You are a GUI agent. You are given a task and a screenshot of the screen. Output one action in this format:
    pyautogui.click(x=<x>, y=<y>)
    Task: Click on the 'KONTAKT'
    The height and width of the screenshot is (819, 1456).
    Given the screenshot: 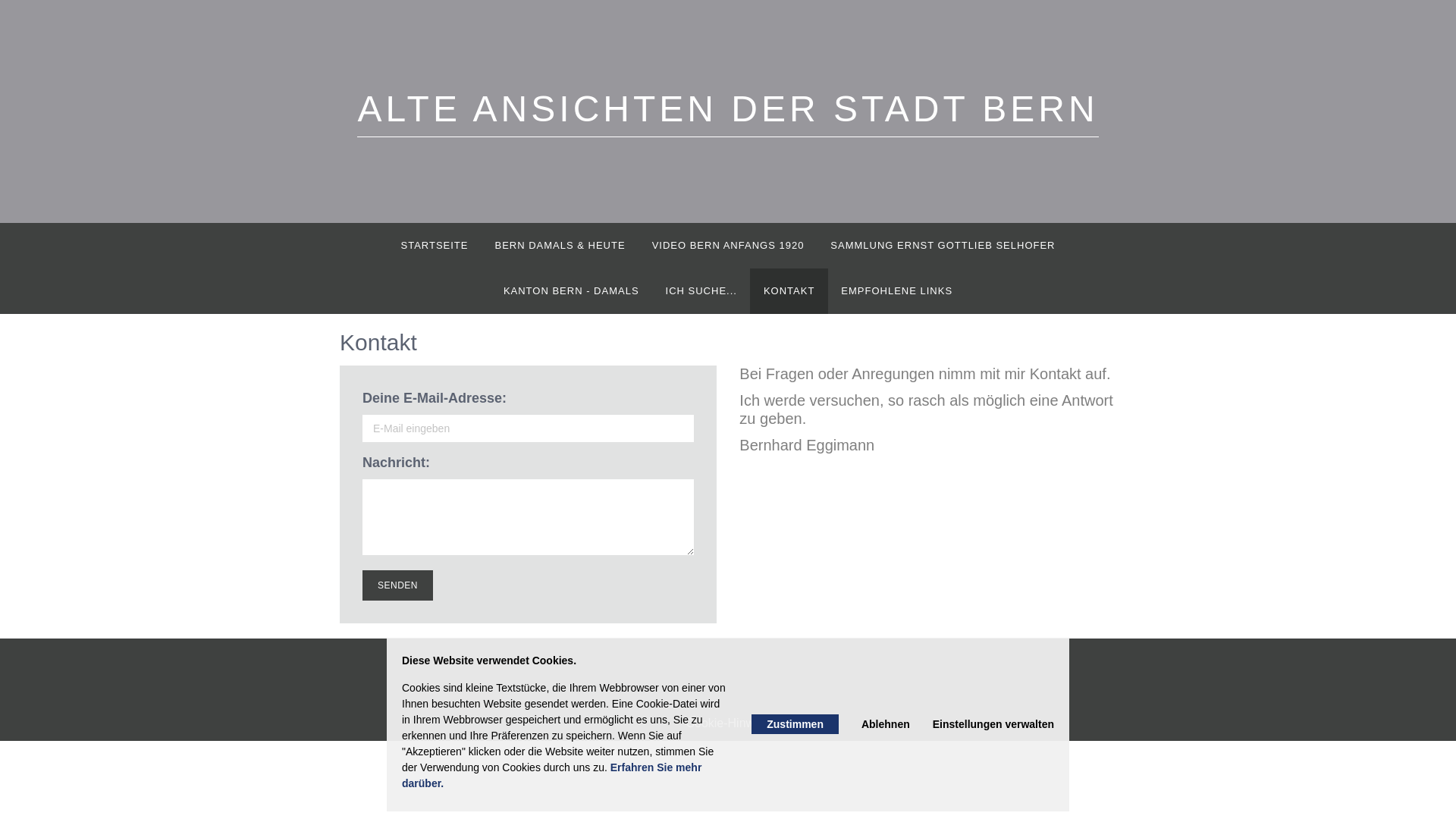 What is the action you would take?
    pyautogui.click(x=749, y=291)
    